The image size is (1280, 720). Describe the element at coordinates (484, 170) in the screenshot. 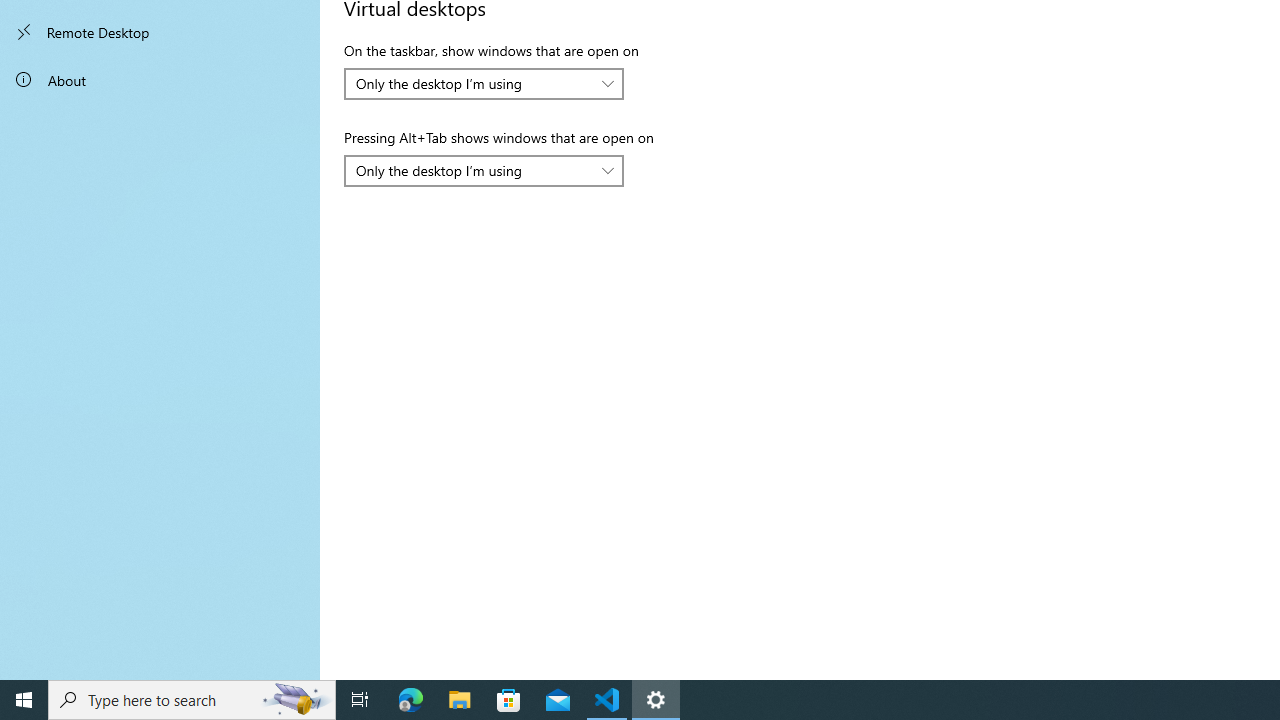

I see `'Pressing Alt+Tab shows windows that are open on'` at that location.